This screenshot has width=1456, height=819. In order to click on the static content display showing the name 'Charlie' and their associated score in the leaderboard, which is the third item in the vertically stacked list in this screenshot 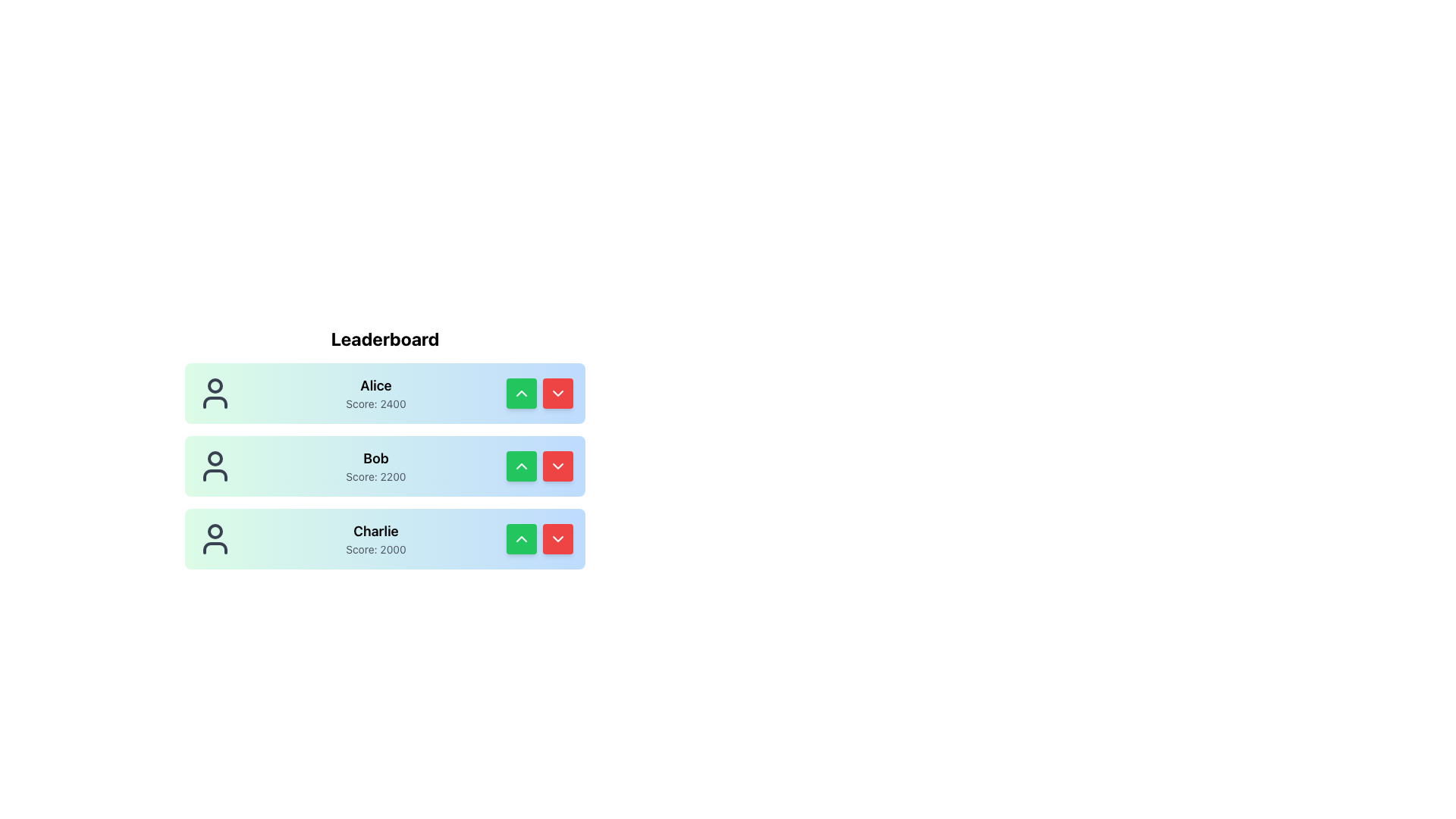, I will do `click(375, 538)`.